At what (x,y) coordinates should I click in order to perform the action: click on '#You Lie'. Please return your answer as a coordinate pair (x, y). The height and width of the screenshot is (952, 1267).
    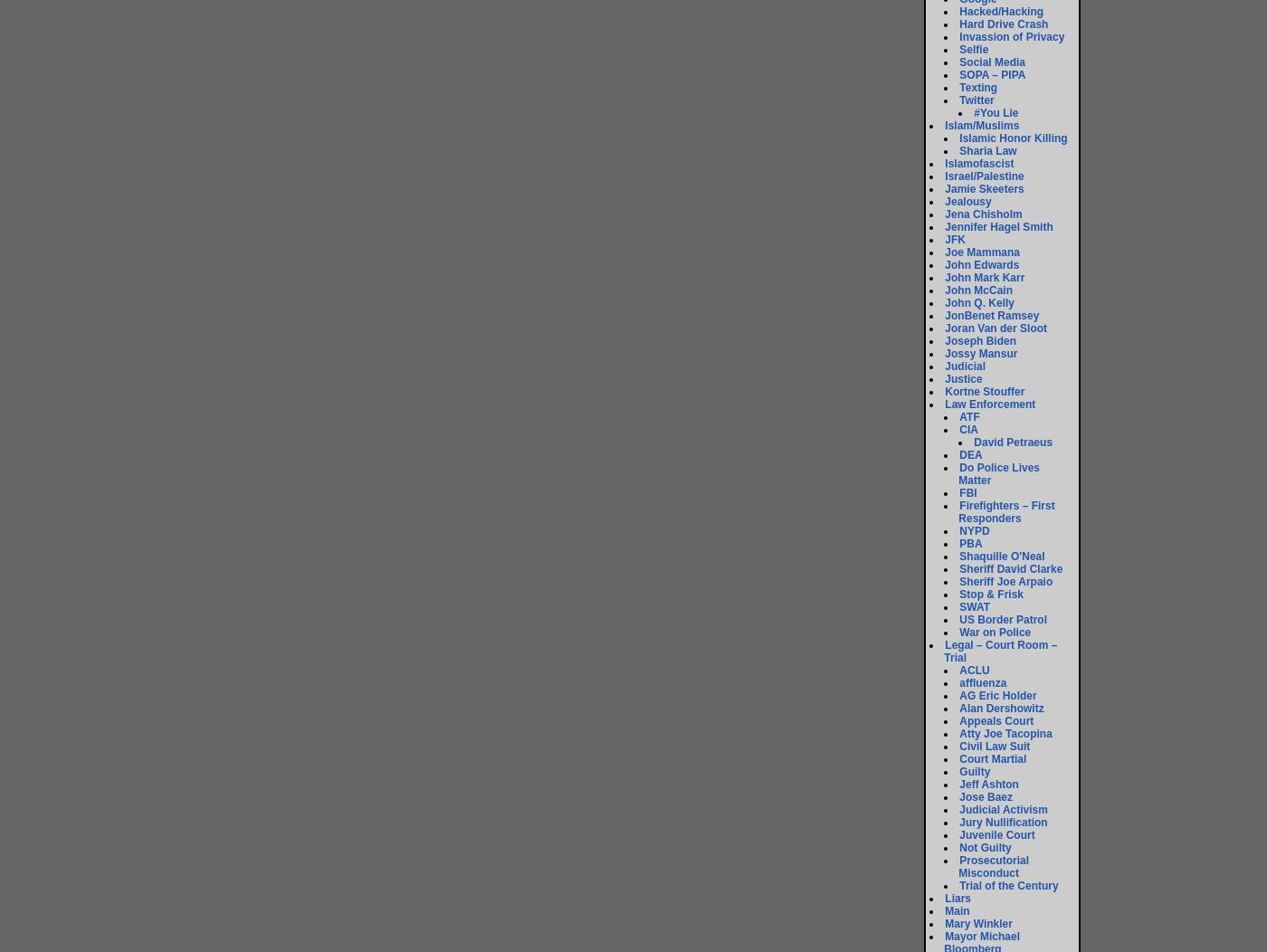
    Looking at the image, I should click on (974, 112).